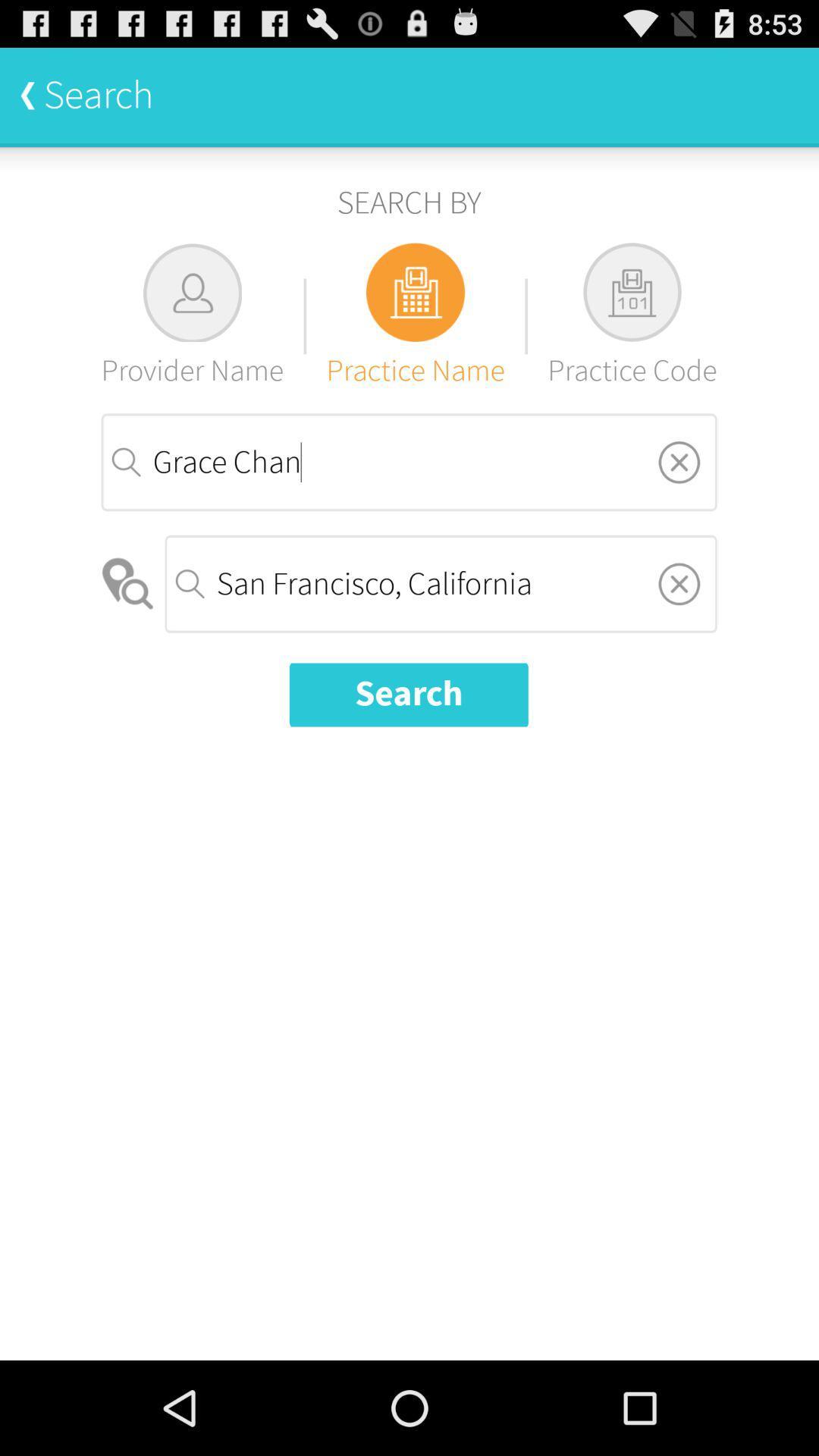  Describe the element at coordinates (128, 583) in the screenshot. I see `the icon below the grace chan` at that location.